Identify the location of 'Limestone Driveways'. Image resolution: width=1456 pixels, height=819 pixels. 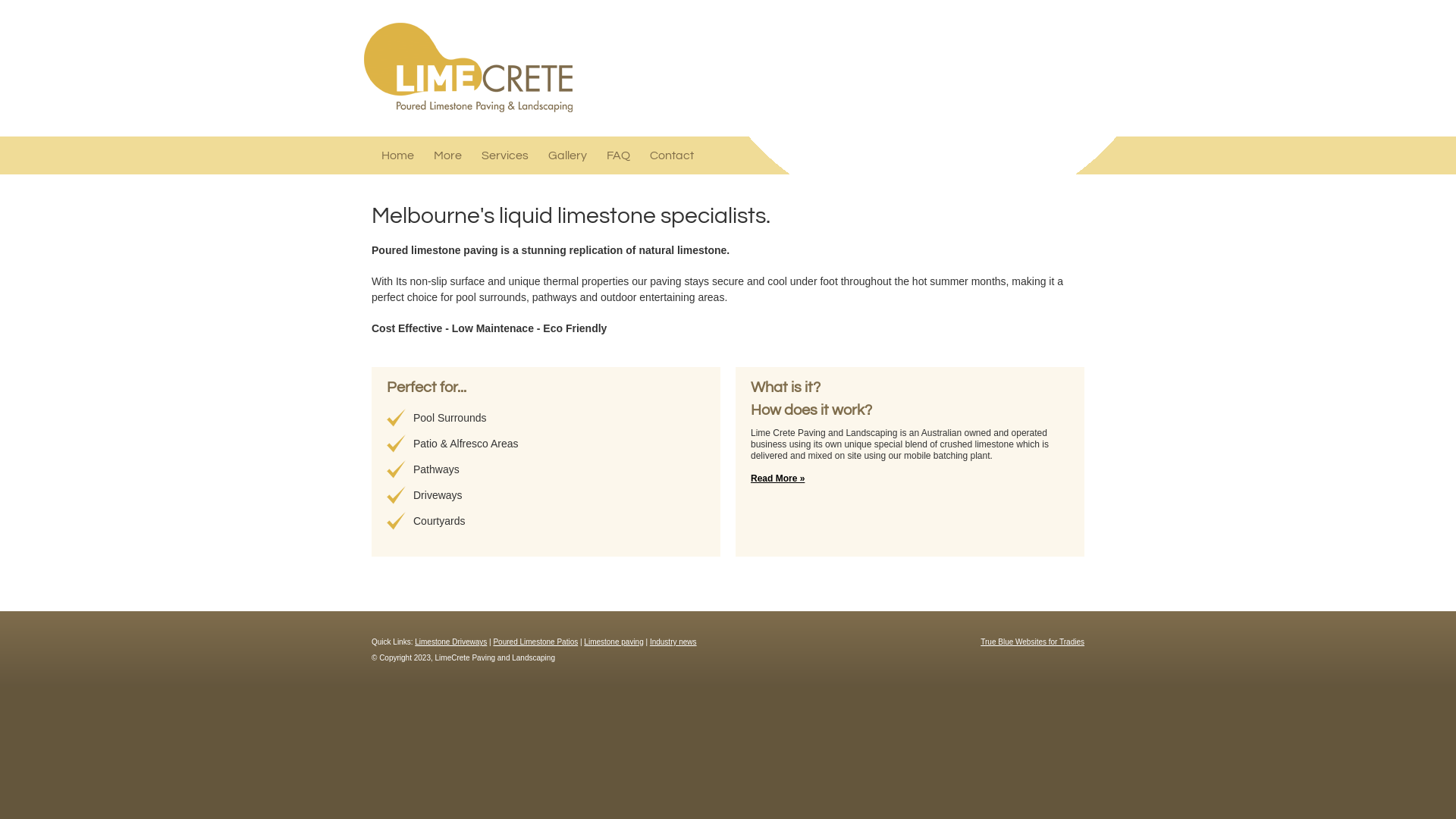
(450, 642).